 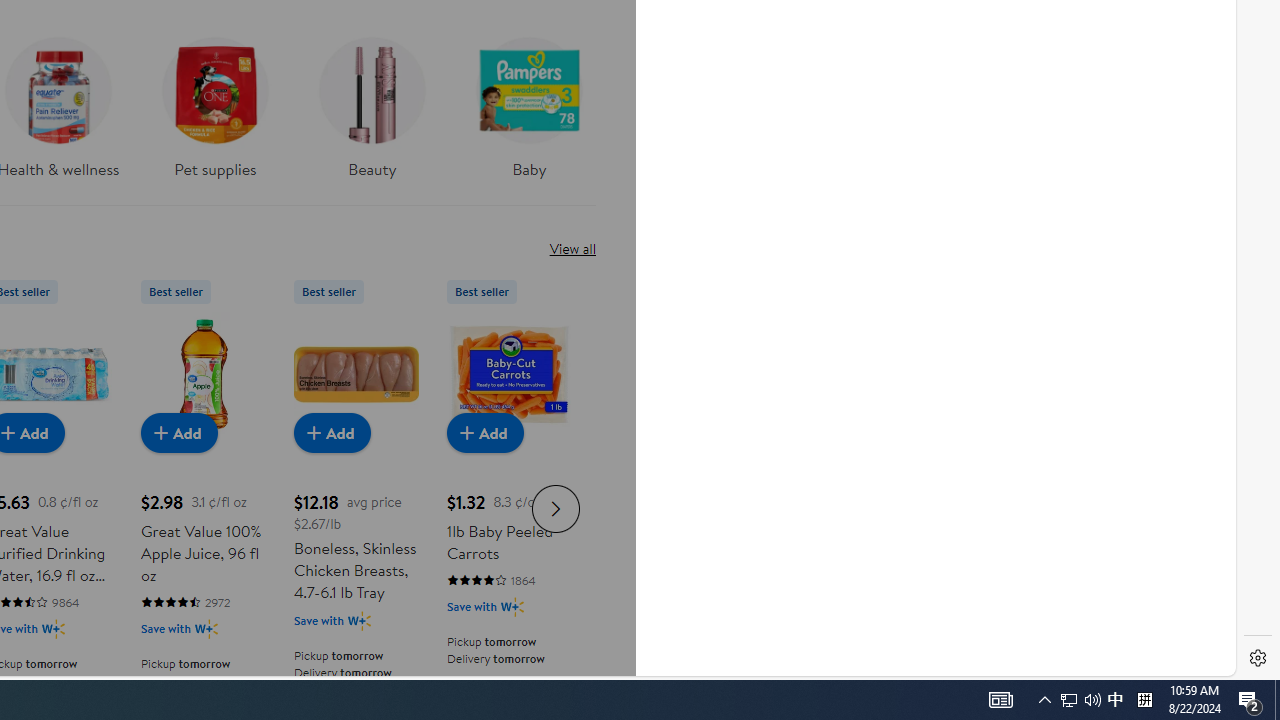 What do you see at coordinates (215, 114) in the screenshot?
I see `'Pet supplies'` at bounding box center [215, 114].